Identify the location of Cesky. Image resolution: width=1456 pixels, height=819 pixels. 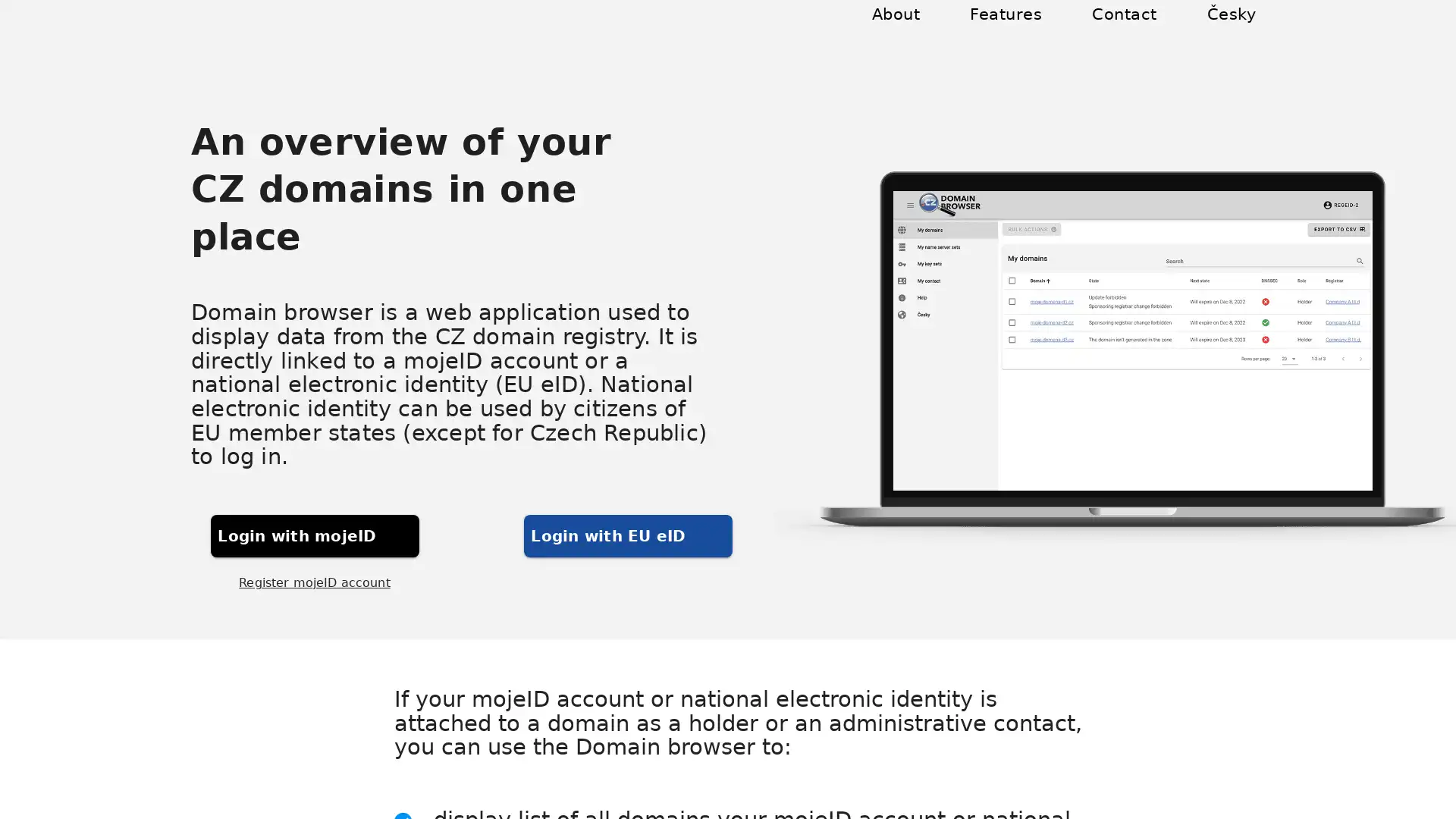
(1232, 32).